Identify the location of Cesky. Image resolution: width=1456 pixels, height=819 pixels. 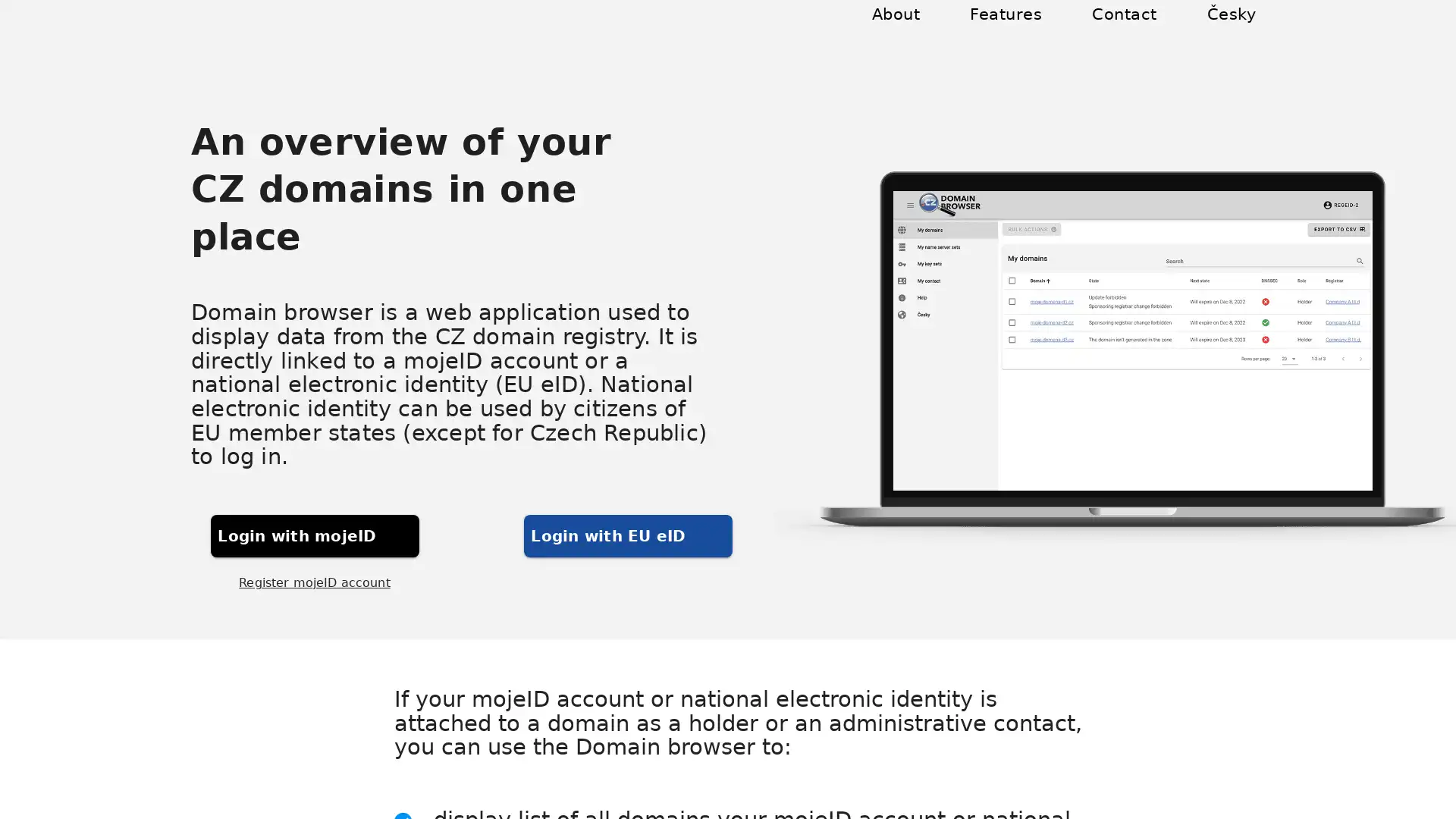
(1232, 32).